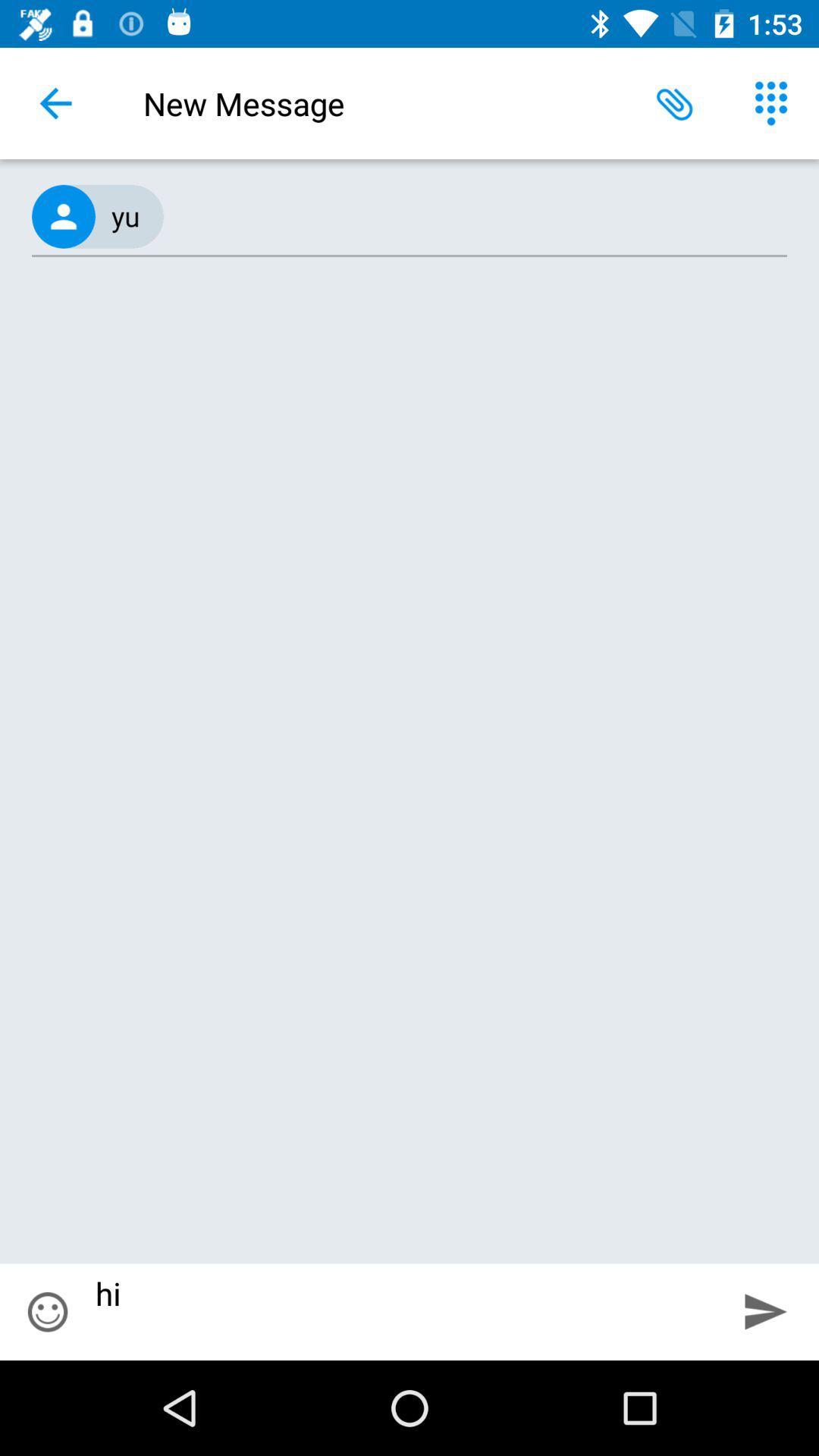 The image size is (819, 1456). I want to click on item to the left of hi, so click(46, 1311).